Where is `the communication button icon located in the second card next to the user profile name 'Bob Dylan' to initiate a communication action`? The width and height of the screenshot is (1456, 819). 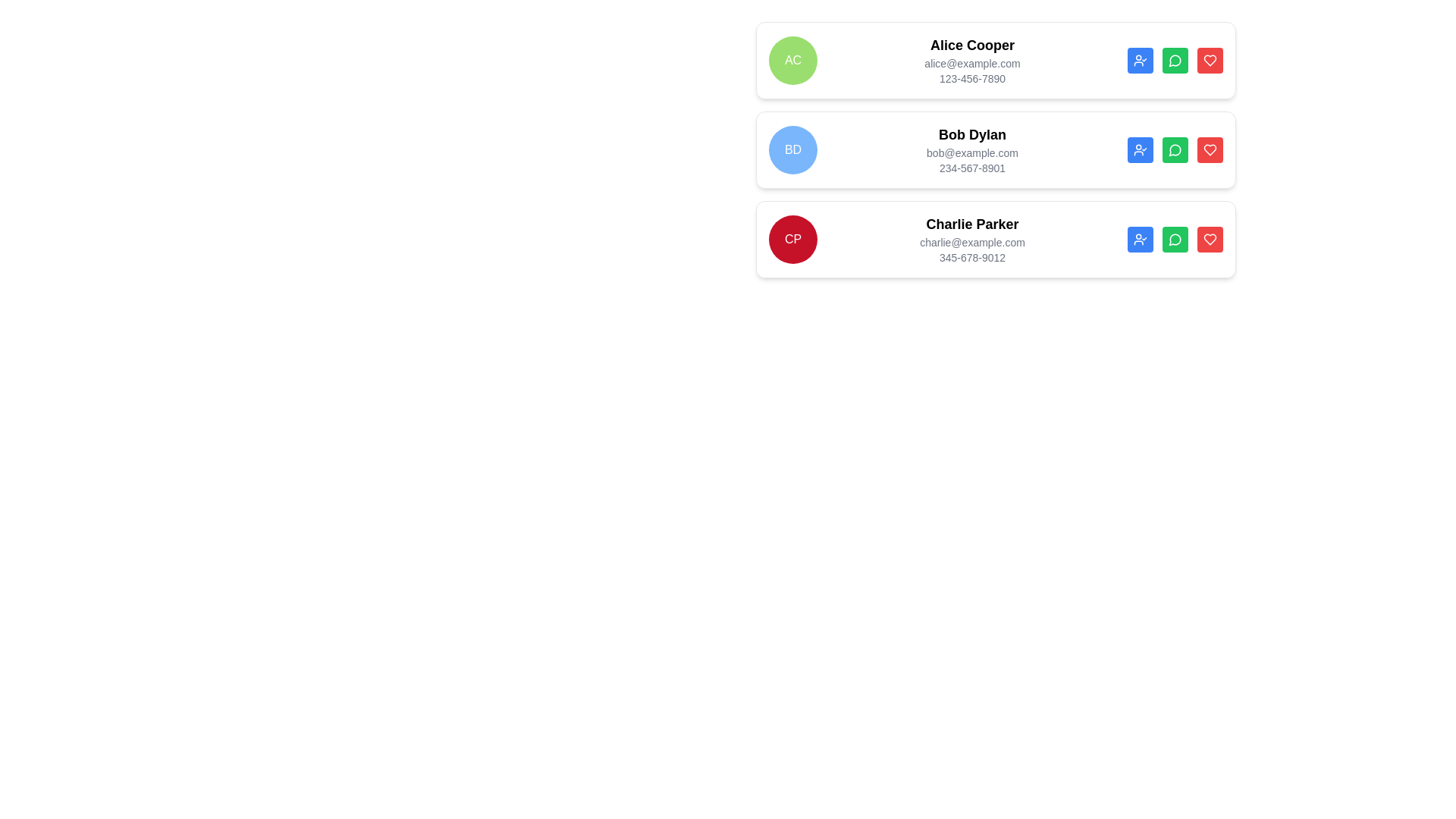 the communication button icon located in the second card next to the user profile name 'Bob Dylan' to initiate a communication action is located at coordinates (1174, 150).